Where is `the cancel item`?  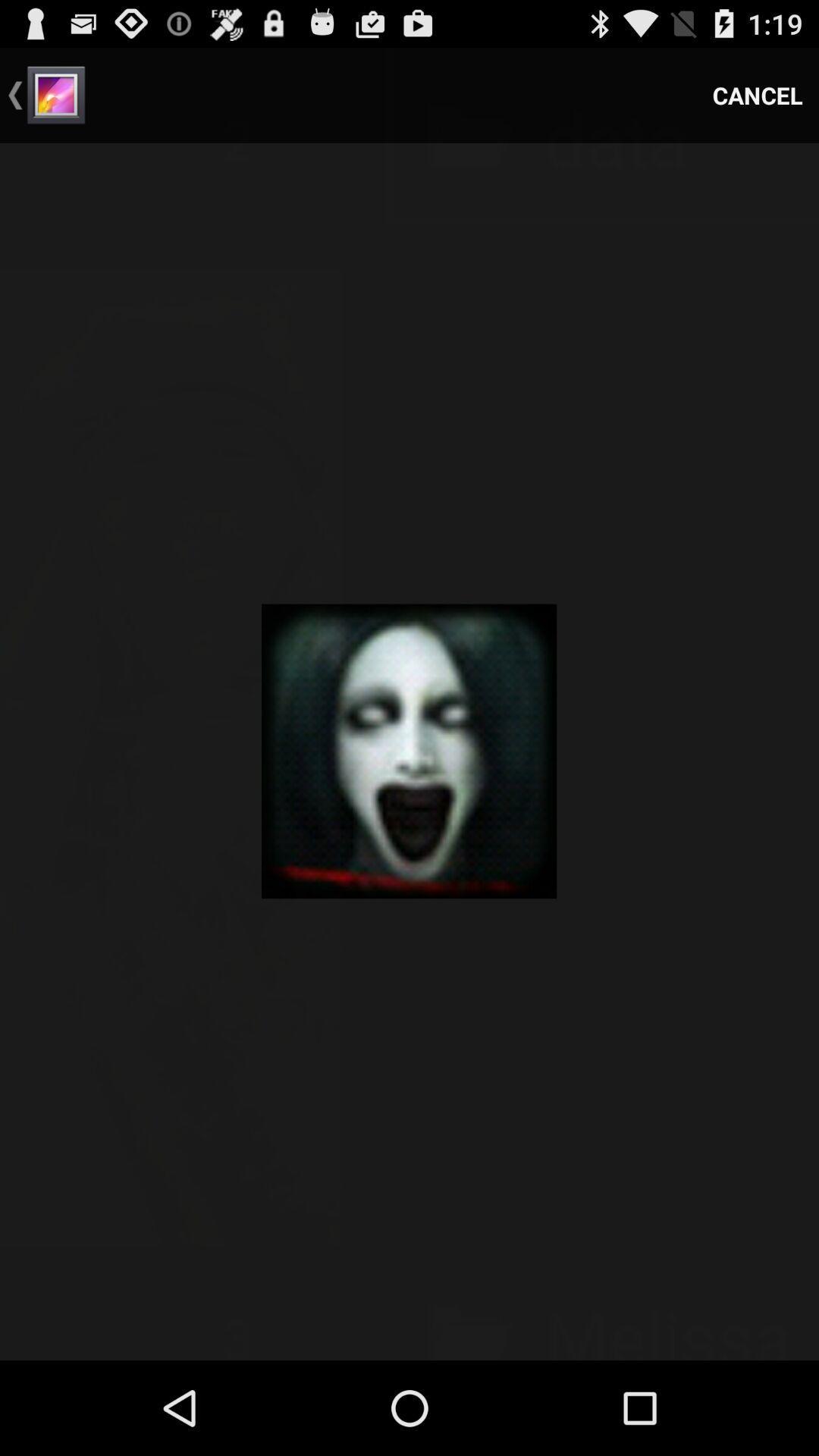 the cancel item is located at coordinates (758, 94).